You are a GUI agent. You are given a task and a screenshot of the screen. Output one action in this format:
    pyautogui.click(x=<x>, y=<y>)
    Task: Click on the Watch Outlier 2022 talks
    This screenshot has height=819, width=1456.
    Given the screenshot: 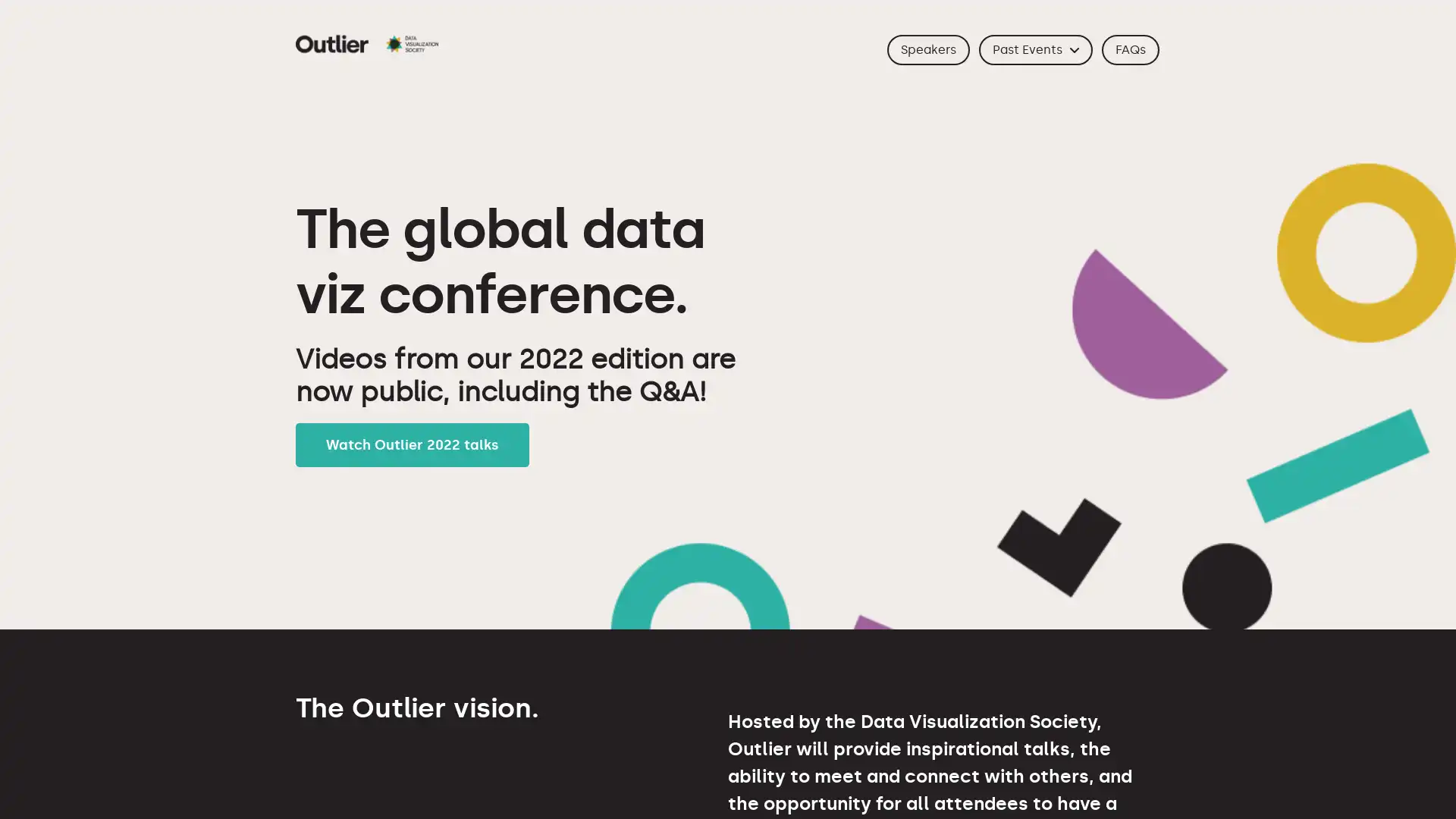 What is the action you would take?
    pyautogui.click(x=412, y=444)
    